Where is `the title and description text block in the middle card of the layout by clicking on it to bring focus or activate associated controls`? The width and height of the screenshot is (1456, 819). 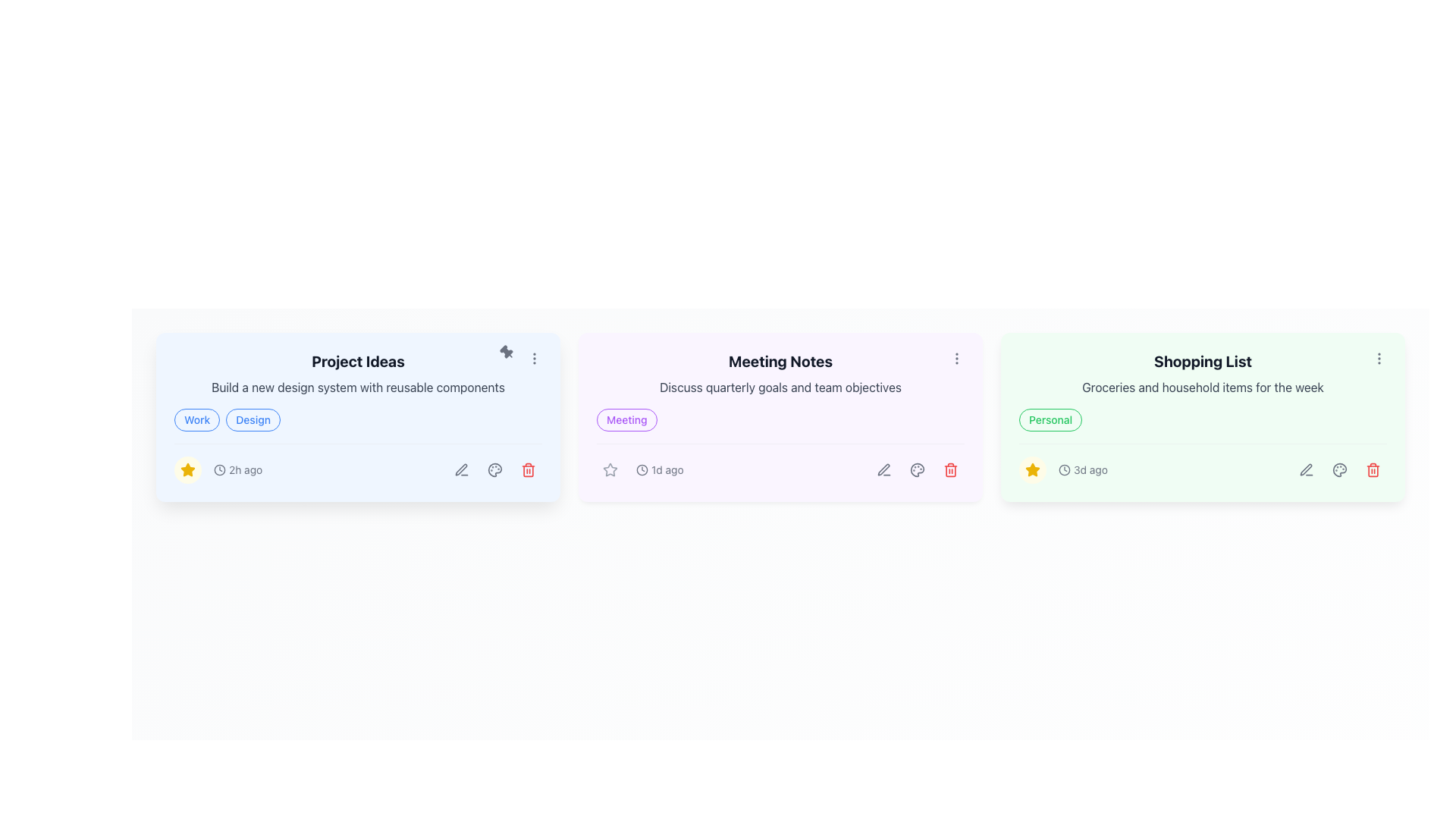
the title and description text block in the middle card of the layout by clicking on it to bring focus or activate associated controls is located at coordinates (780, 374).